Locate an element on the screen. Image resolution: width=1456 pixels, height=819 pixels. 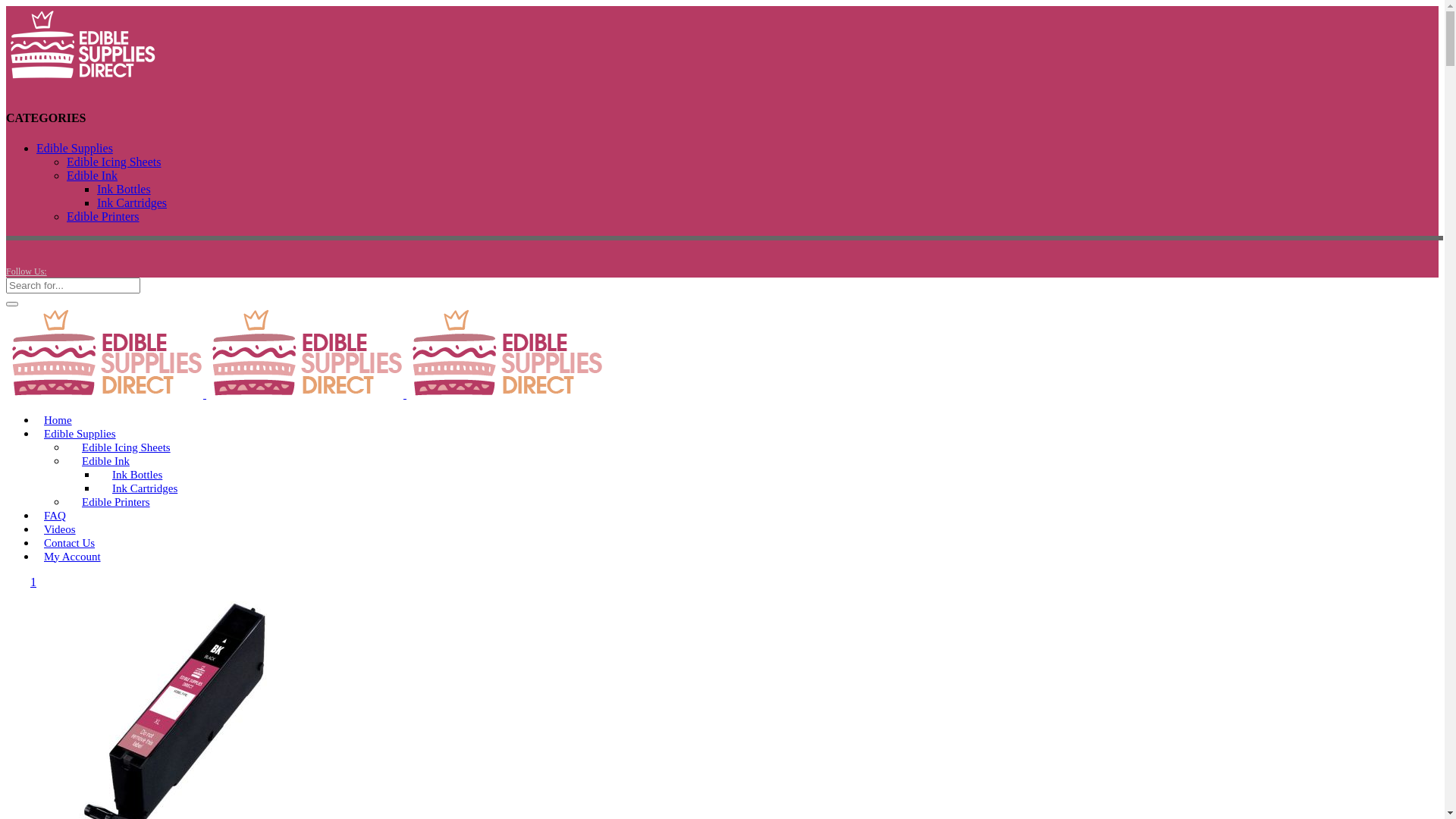
'My Account' is located at coordinates (71, 556).